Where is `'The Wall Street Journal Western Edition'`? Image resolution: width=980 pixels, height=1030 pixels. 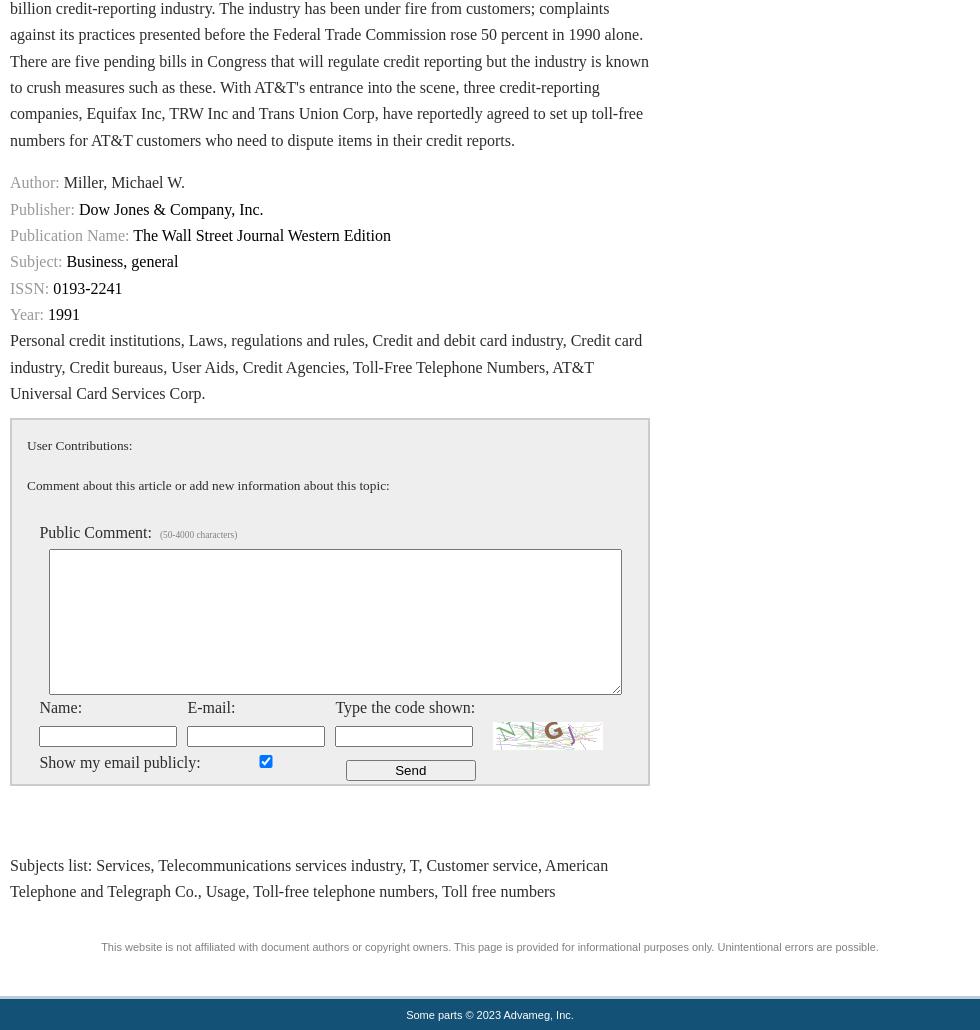
'The Wall Street Journal Western Edition' is located at coordinates (261, 234).